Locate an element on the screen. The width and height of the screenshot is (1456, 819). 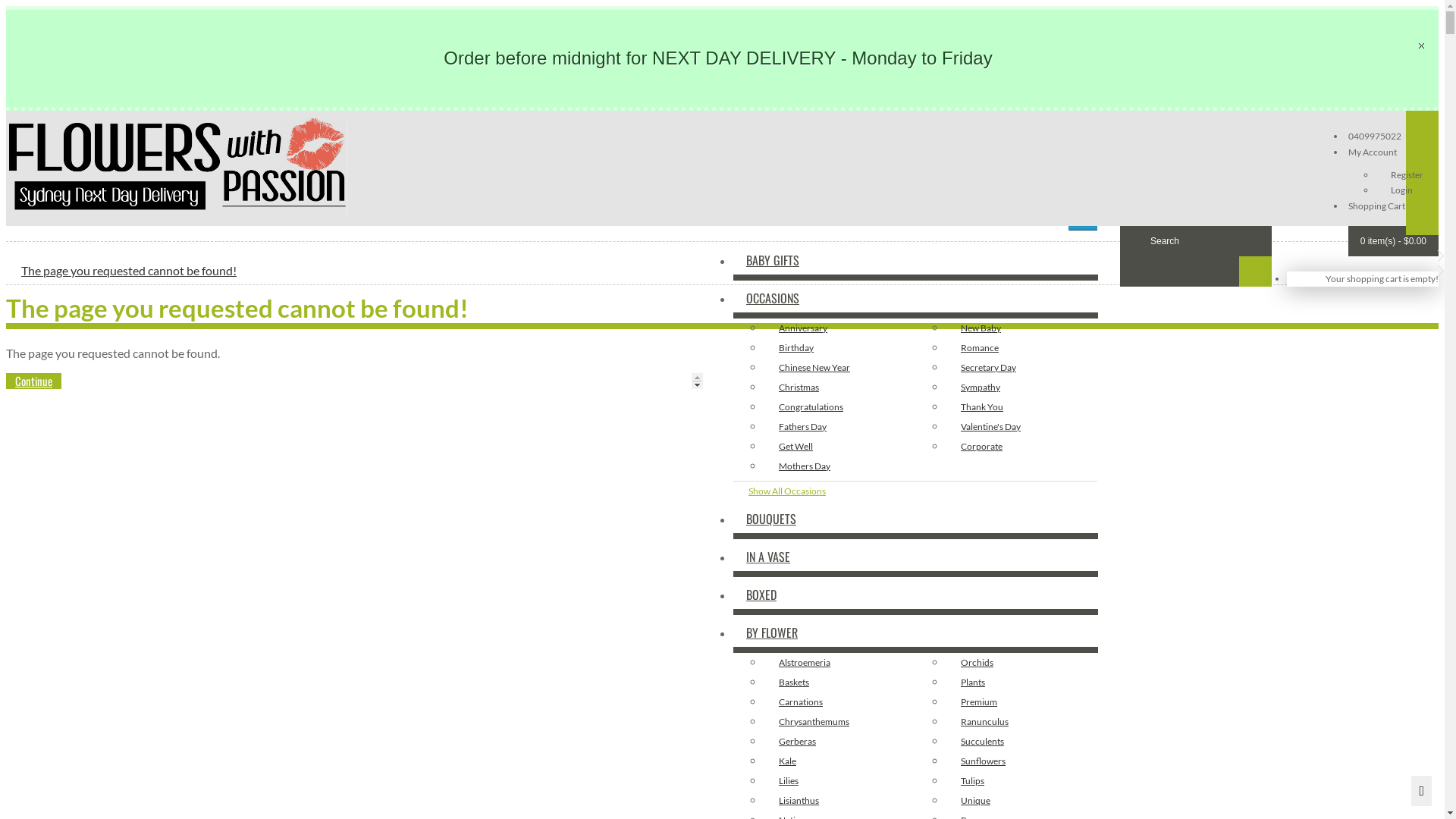
'Secretary Day' is located at coordinates (1021, 368).